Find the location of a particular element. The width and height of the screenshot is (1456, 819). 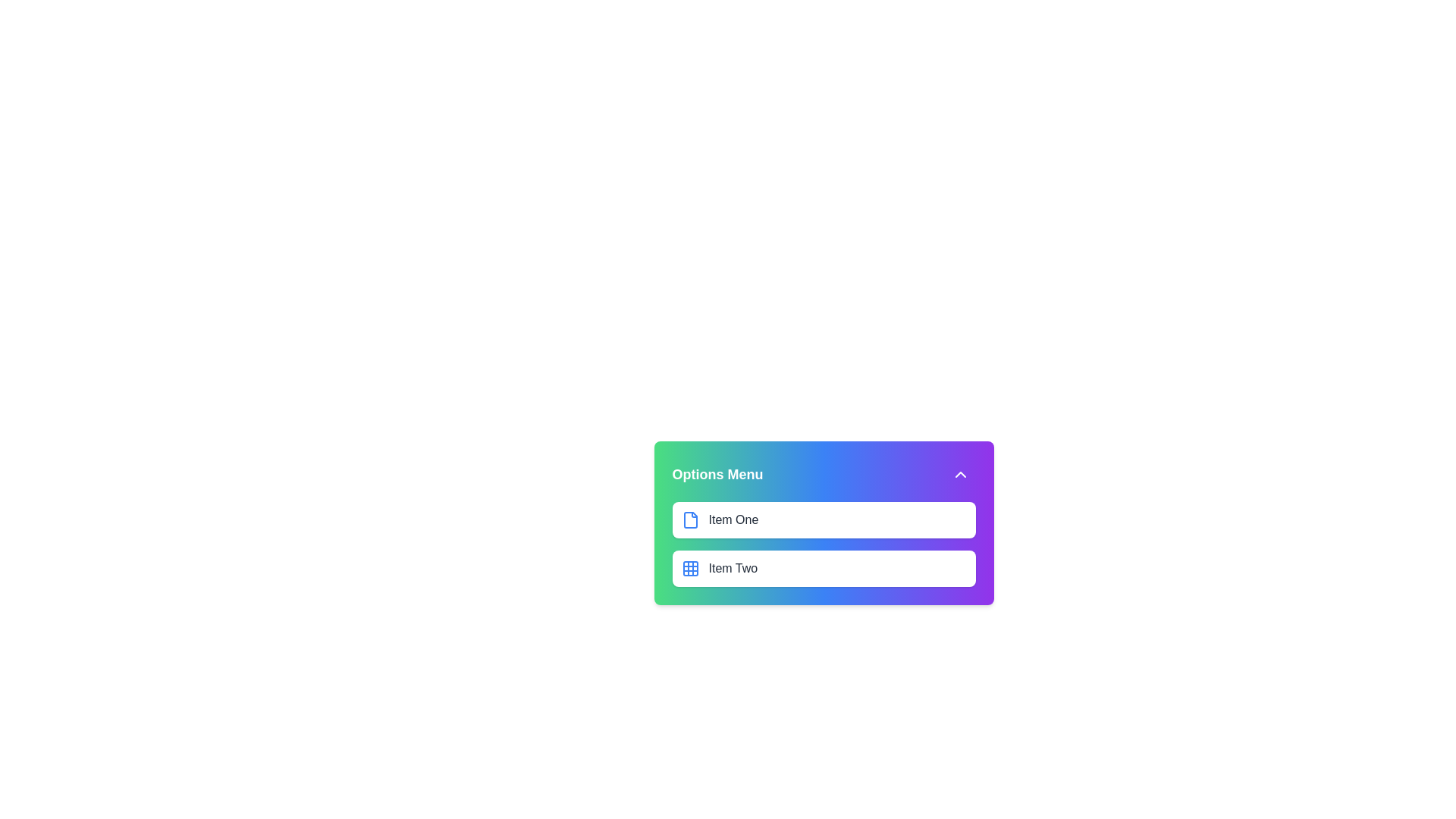

the chevron-up icon located in the upper-right corner of the menu card is located at coordinates (959, 473).